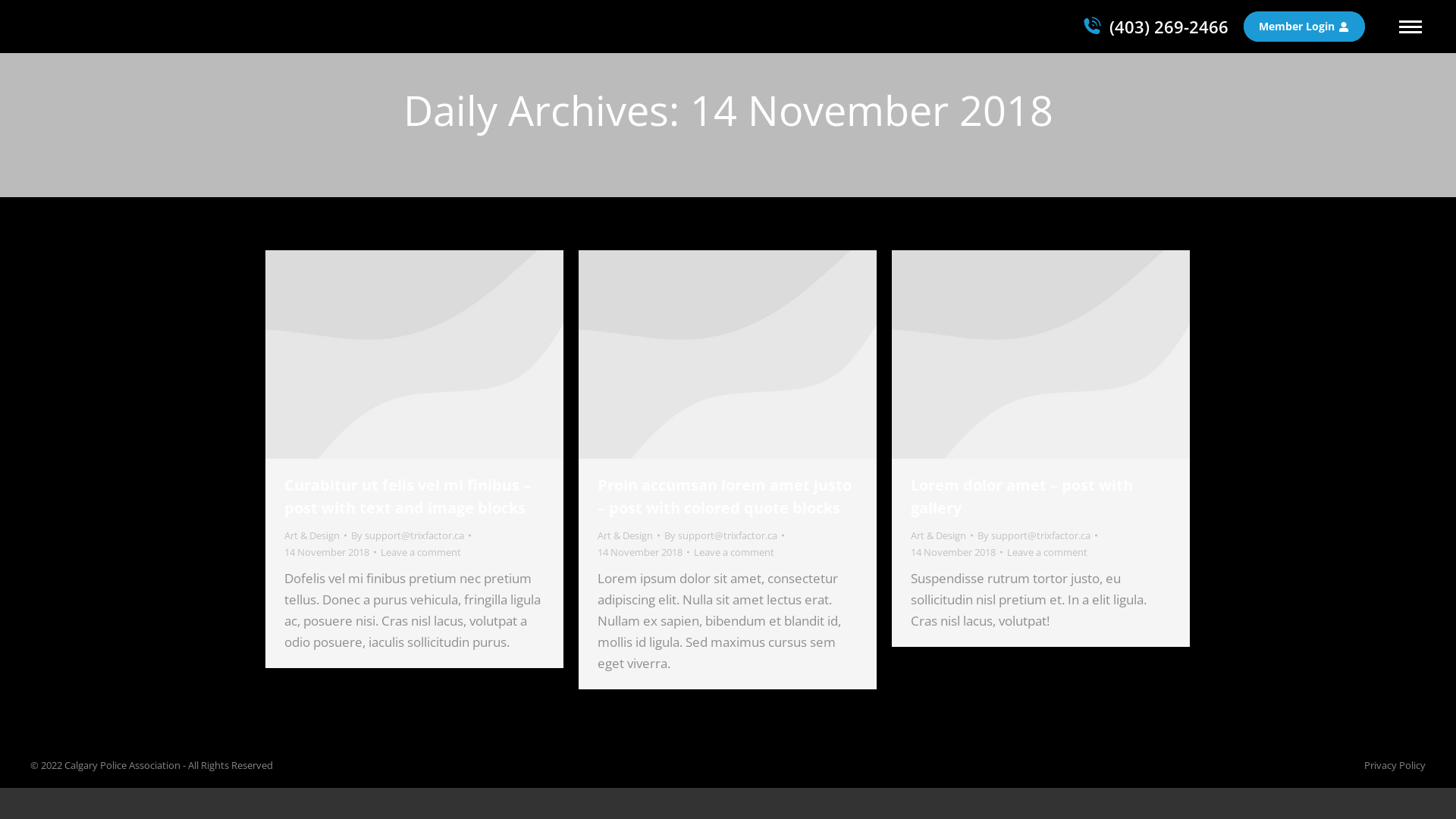 Image resolution: width=1456 pixels, height=819 pixels. I want to click on 'Art & Design', so click(311, 534).